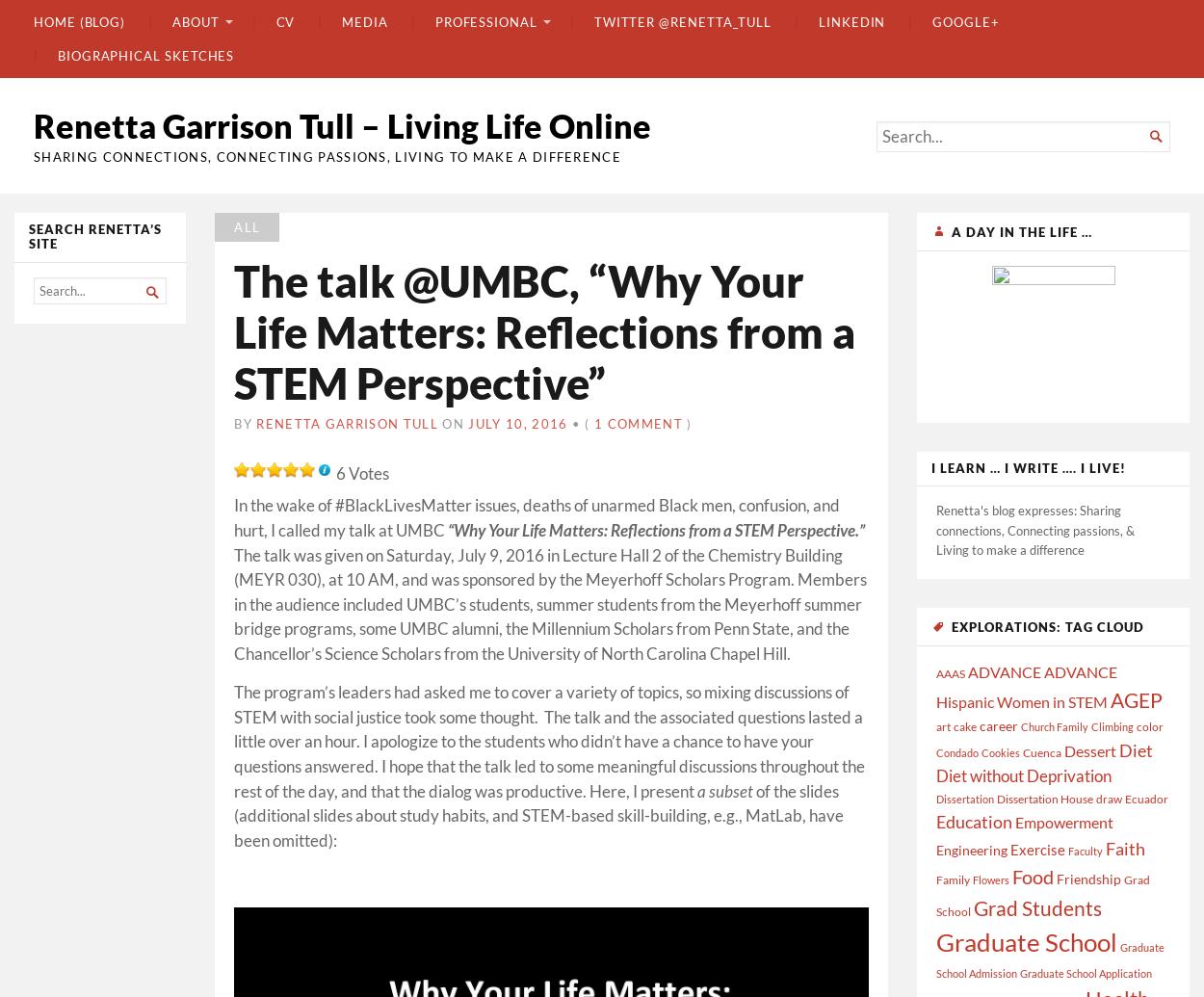 Image resolution: width=1204 pixels, height=997 pixels. Describe the element at coordinates (929, 467) in the screenshot. I see `'I learn … I write …. I live!'` at that location.